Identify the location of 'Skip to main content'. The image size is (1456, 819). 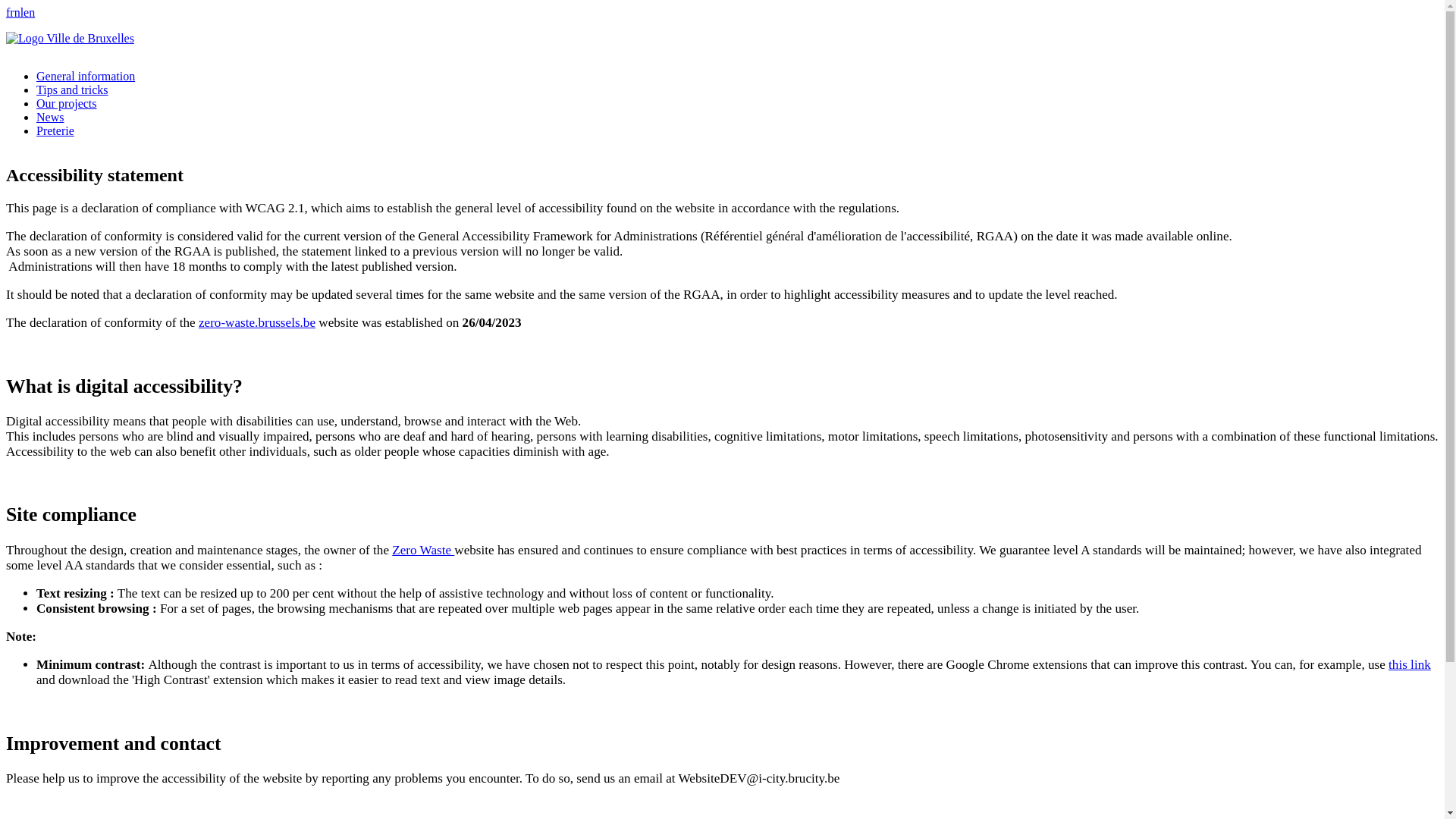
(721, 8).